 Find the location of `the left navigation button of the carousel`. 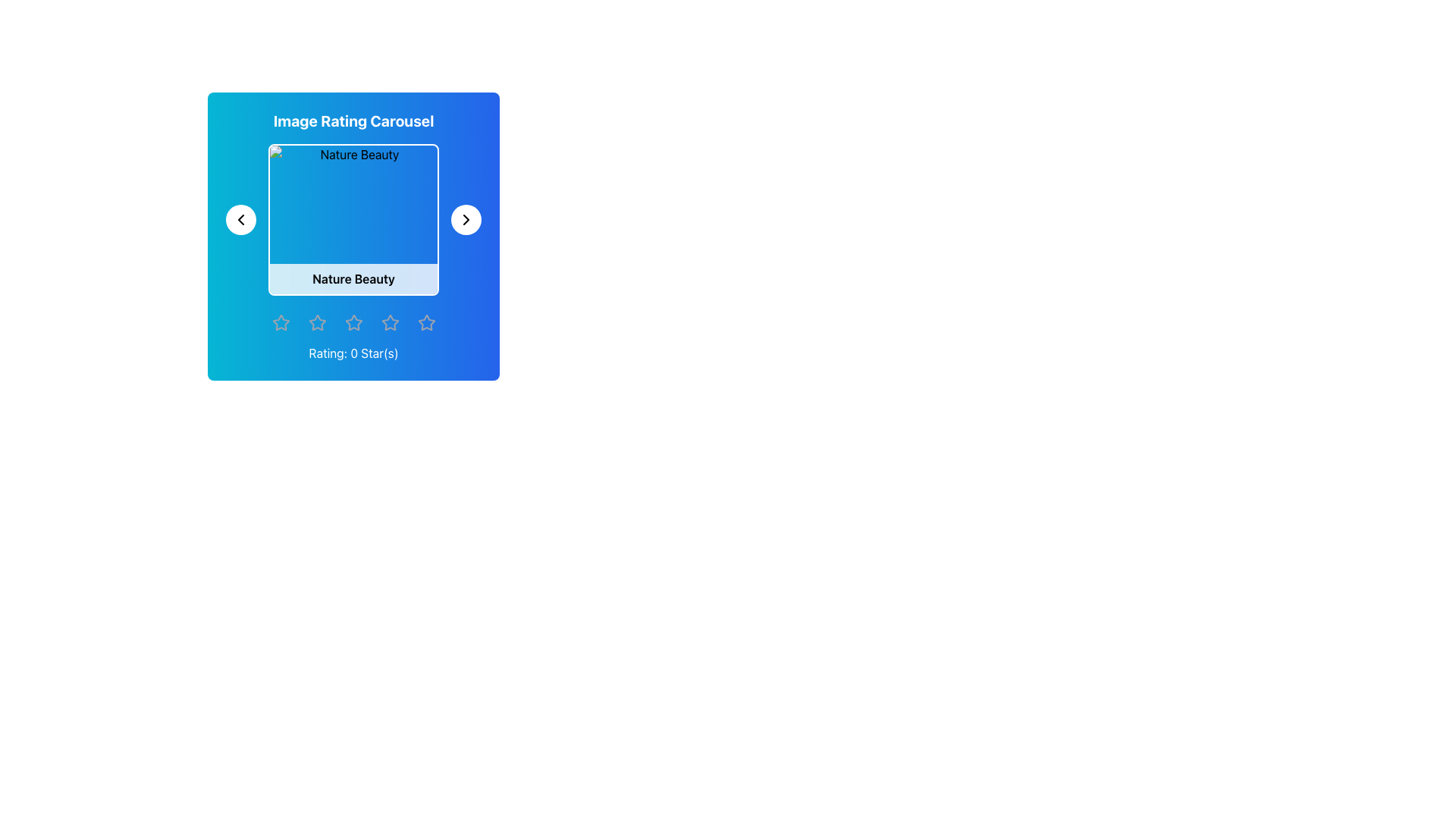

the left navigation button of the carousel is located at coordinates (240, 219).